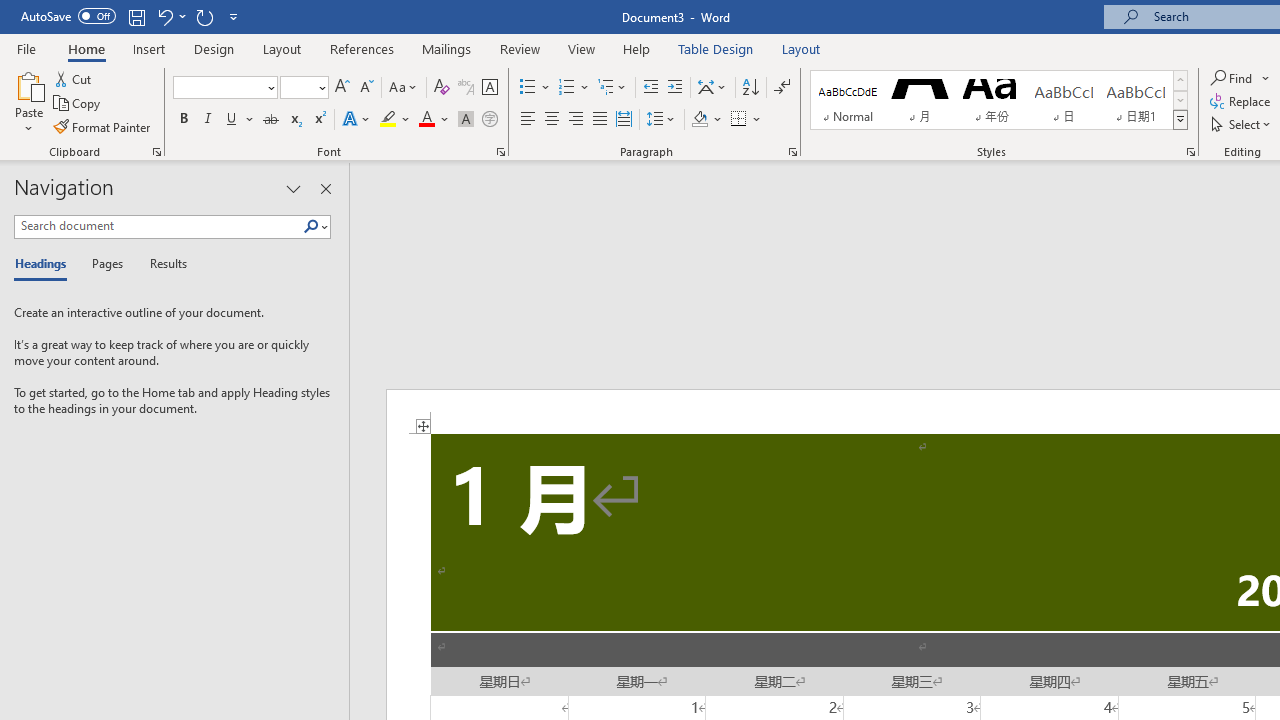 The height and width of the screenshot is (720, 1280). What do you see at coordinates (781, 86) in the screenshot?
I see `'Show/Hide Editing Marks'` at bounding box center [781, 86].